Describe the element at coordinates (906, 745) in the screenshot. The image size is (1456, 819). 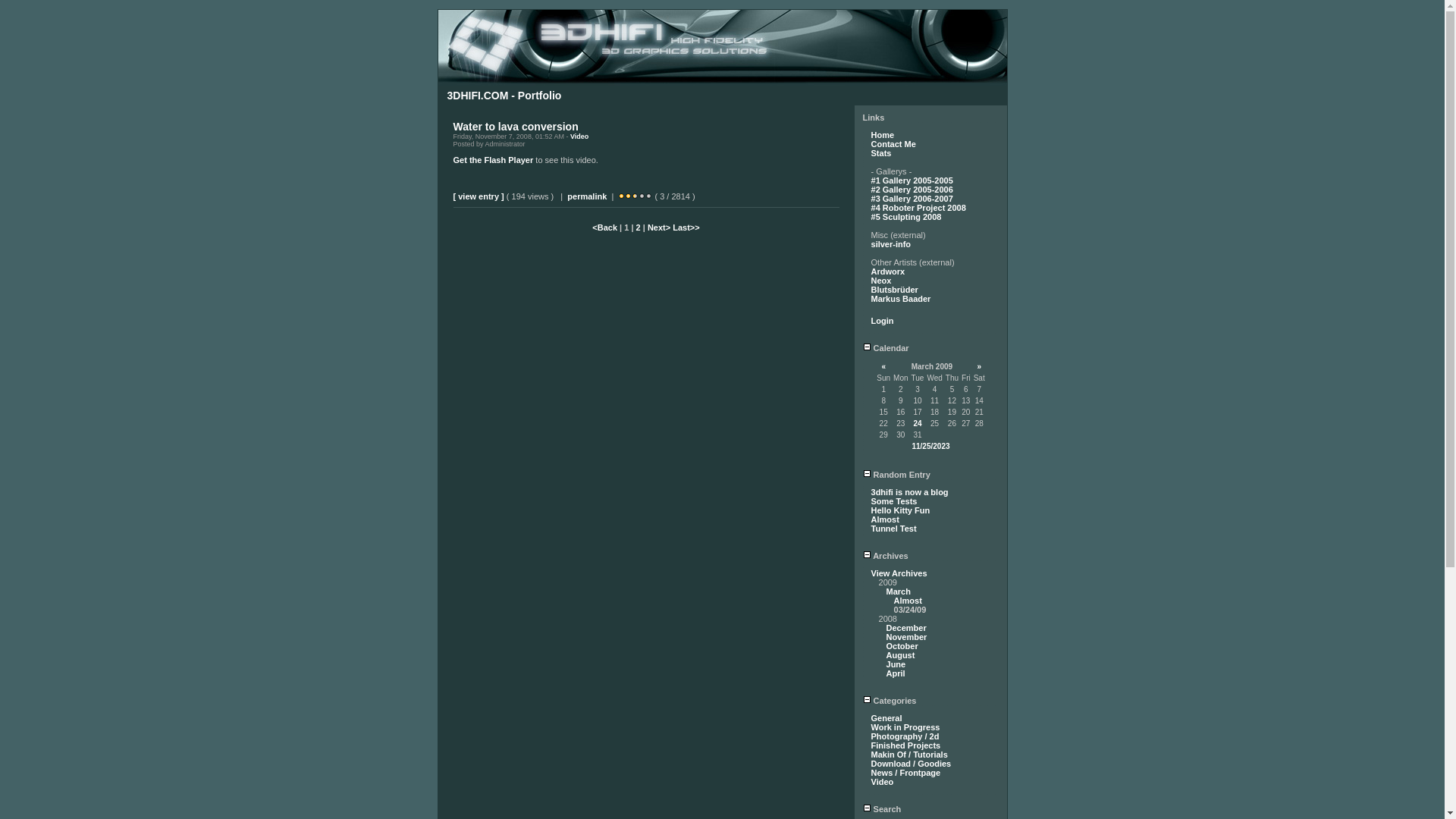
I see `'Finished Projects'` at that location.